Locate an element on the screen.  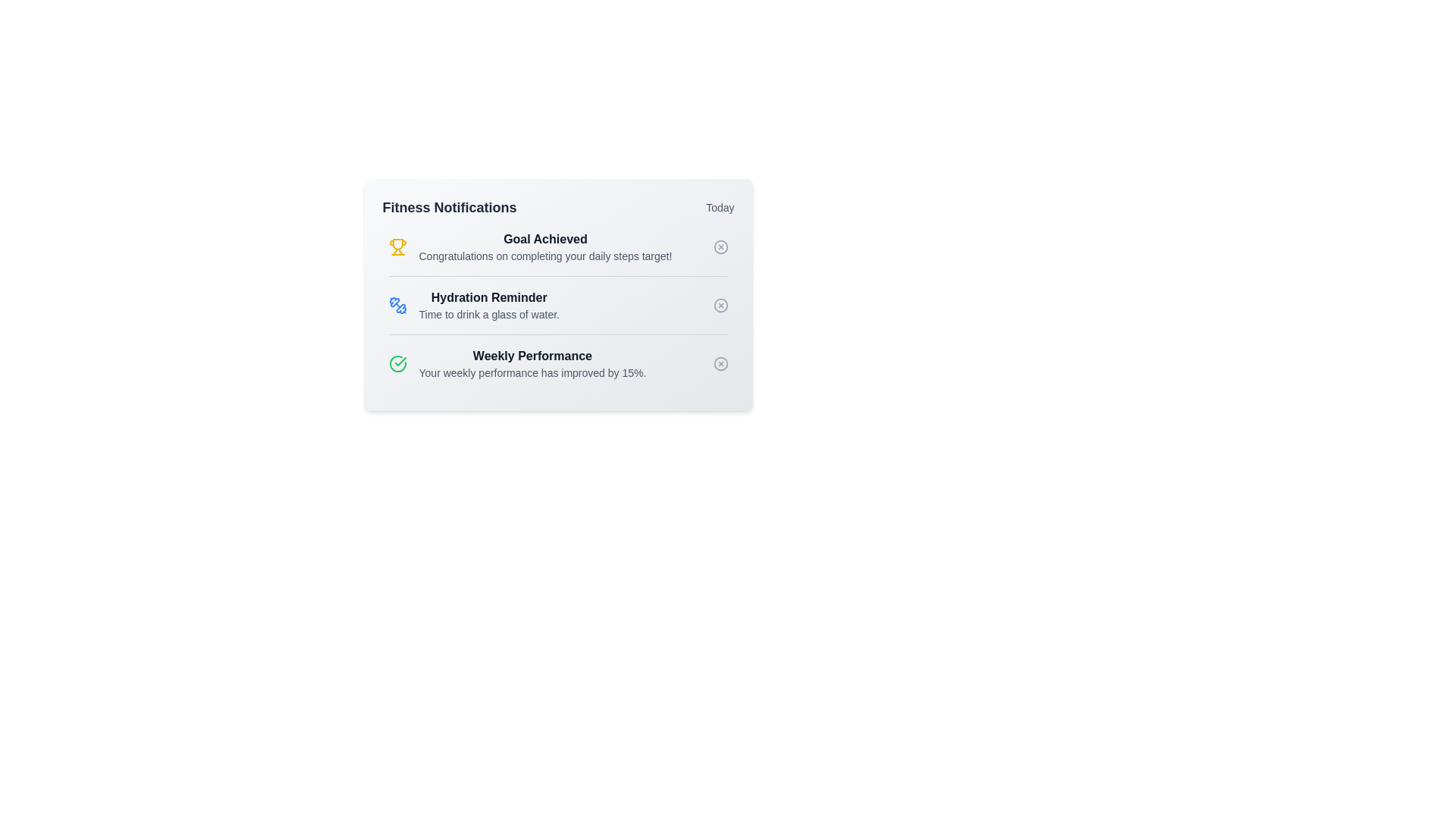
the text element that says 'Congratulations on completing your daily steps target!' which is styled in light gray and located below the bold header 'Goal Achieved' in the Fitness Notifications section is located at coordinates (545, 256).